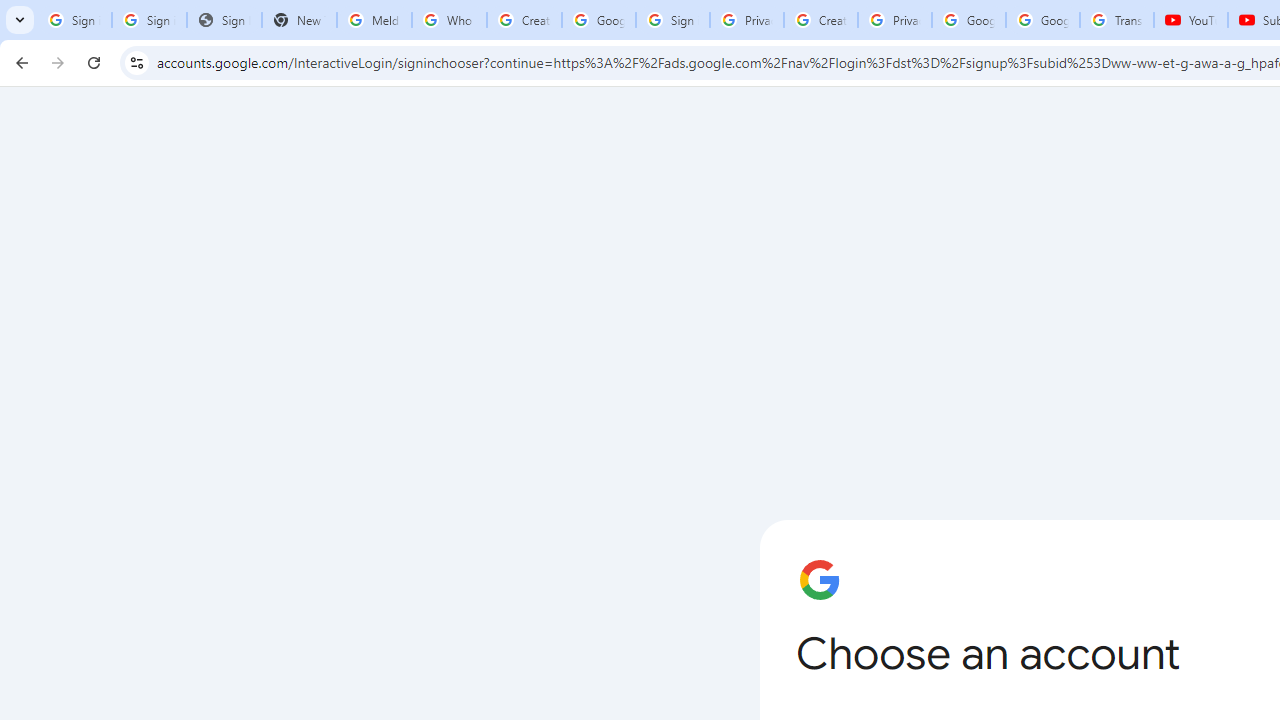 This screenshot has width=1280, height=720. I want to click on 'View site information', so click(135, 61).